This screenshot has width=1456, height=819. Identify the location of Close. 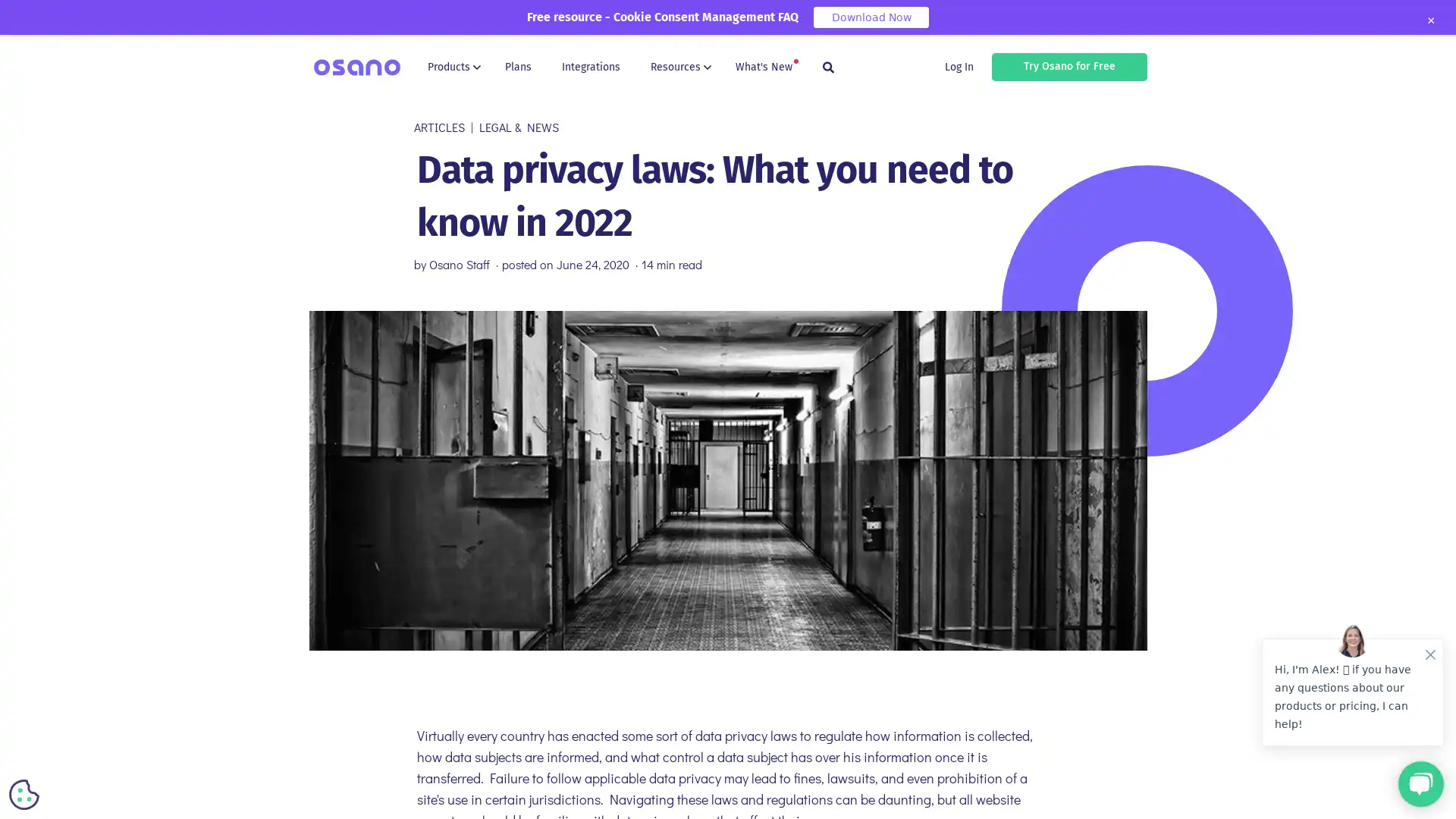
(1429, 20).